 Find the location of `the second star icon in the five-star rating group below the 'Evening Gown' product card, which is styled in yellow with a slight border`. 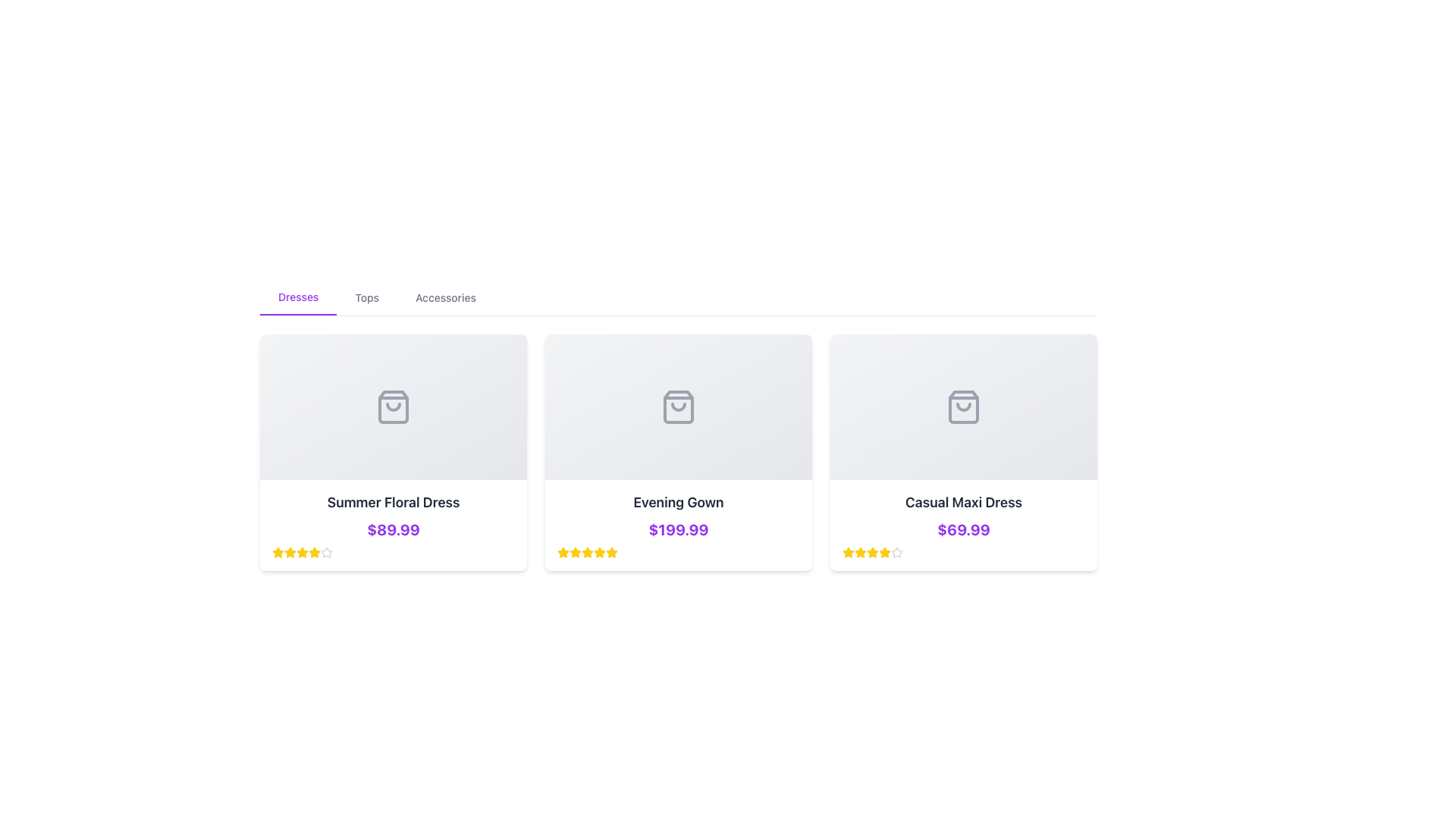

the second star icon in the five-star rating group below the 'Evening Gown' product card, which is styled in yellow with a slight border is located at coordinates (586, 552).